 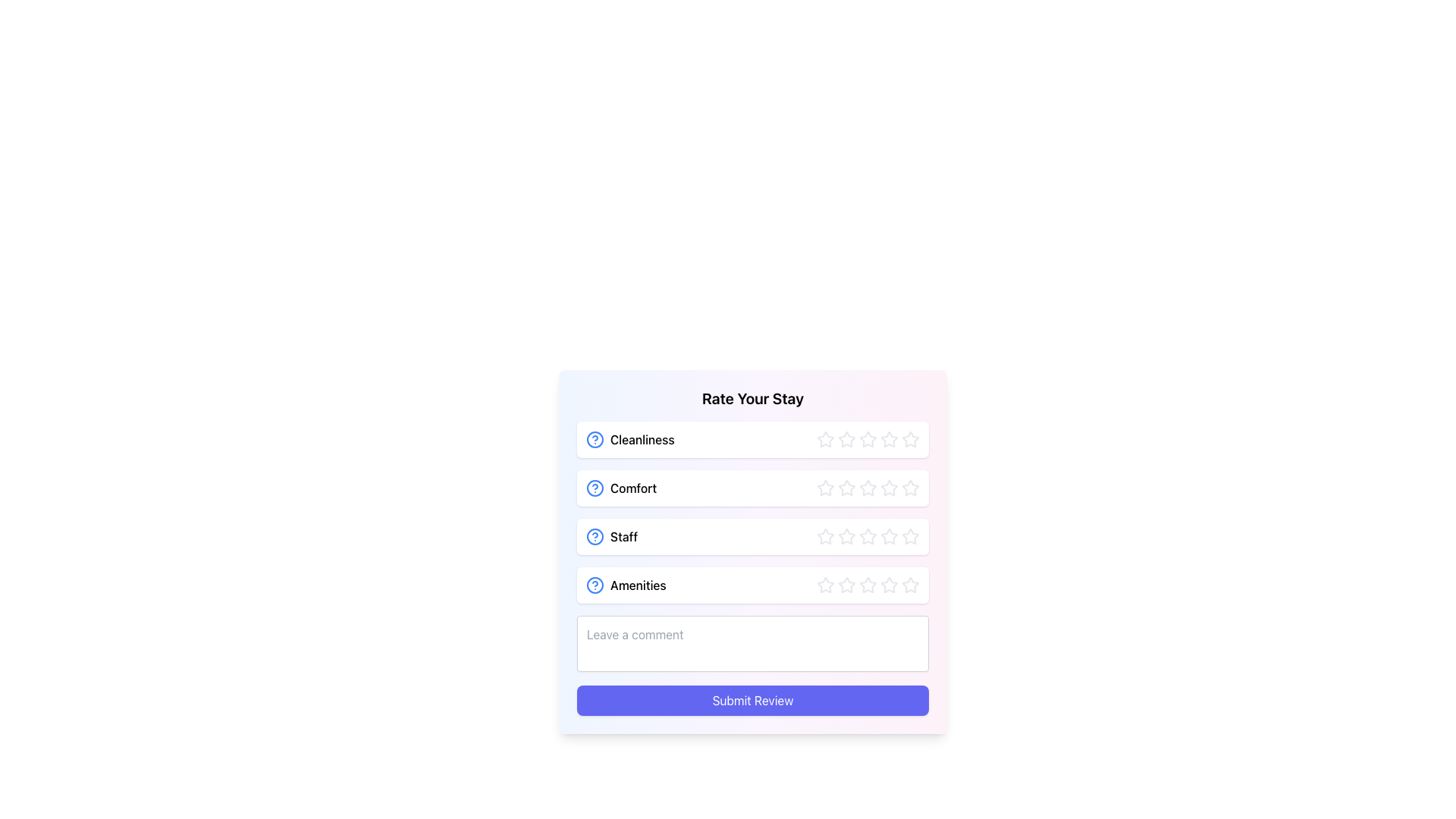 I want to click on the Help Icon, which is a circular icon with a blue outline and a blue question mark, located as the leftmost item in the 'Staff' row of the 'Rate Your Stay' list, so click(x=595, y=536).